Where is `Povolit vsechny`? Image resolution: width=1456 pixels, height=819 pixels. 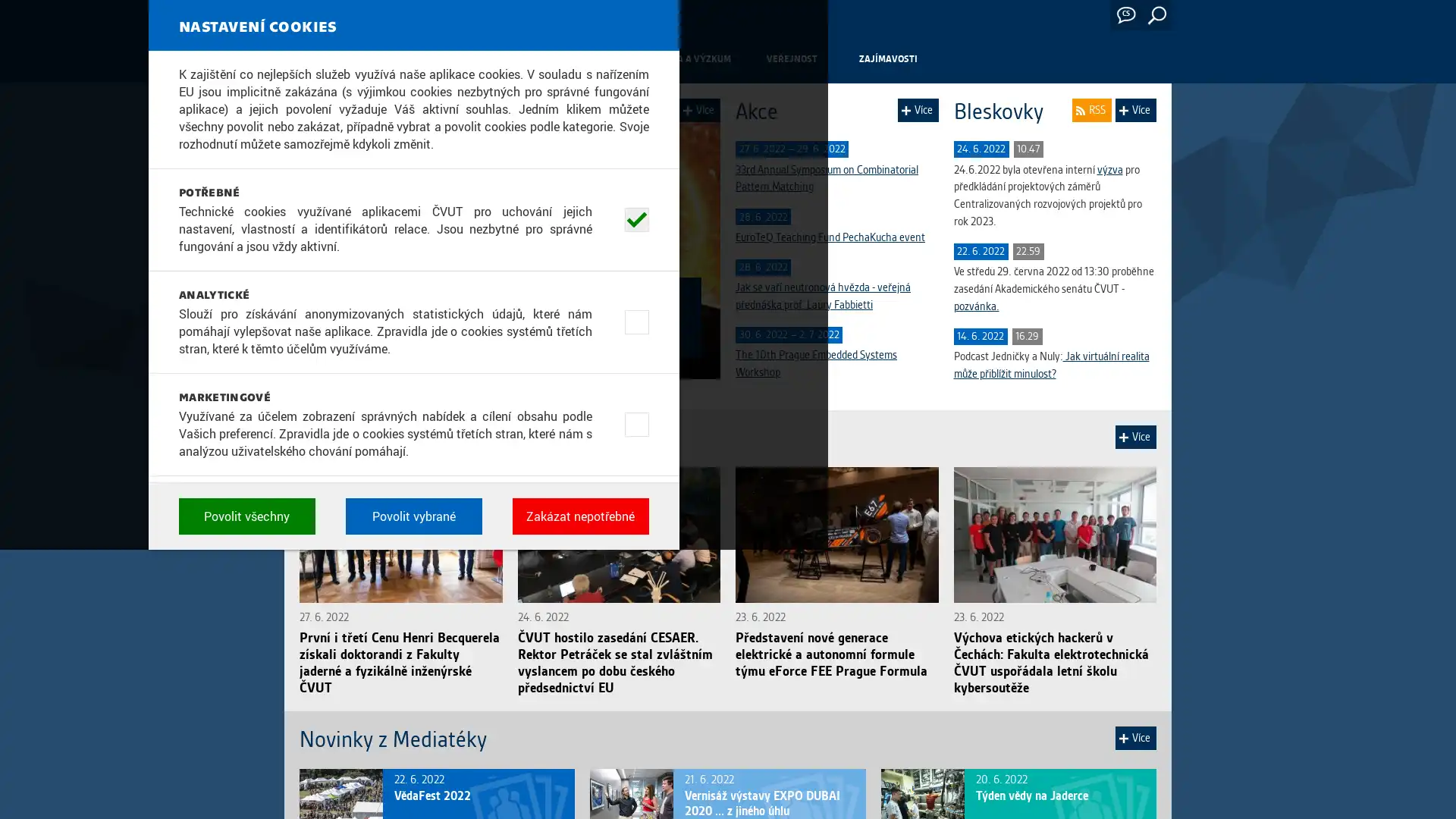
Povolit vsechny is located at coordinates (560, 747).